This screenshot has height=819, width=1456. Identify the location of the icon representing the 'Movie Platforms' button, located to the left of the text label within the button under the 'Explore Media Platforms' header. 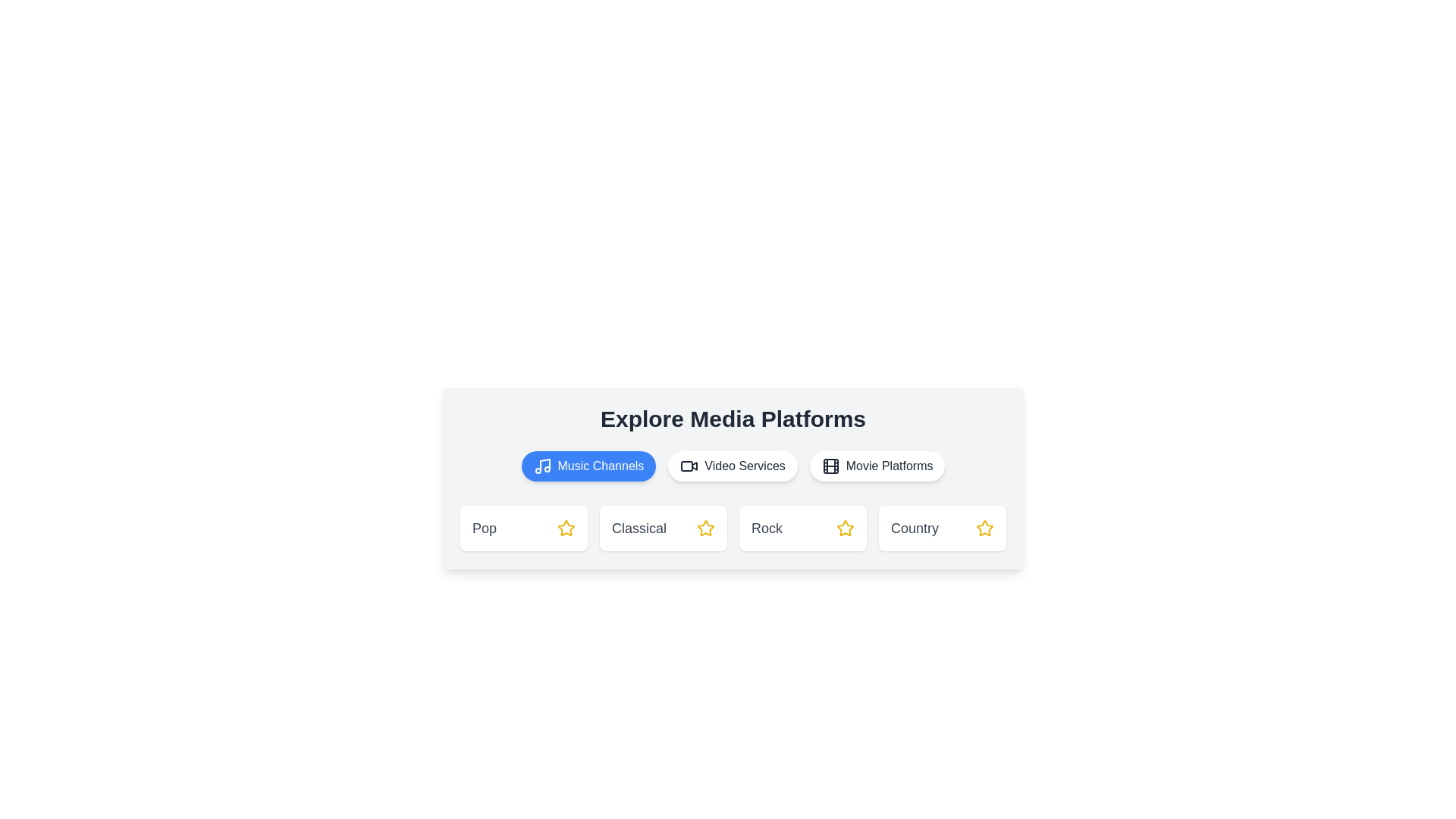
(830, 465).